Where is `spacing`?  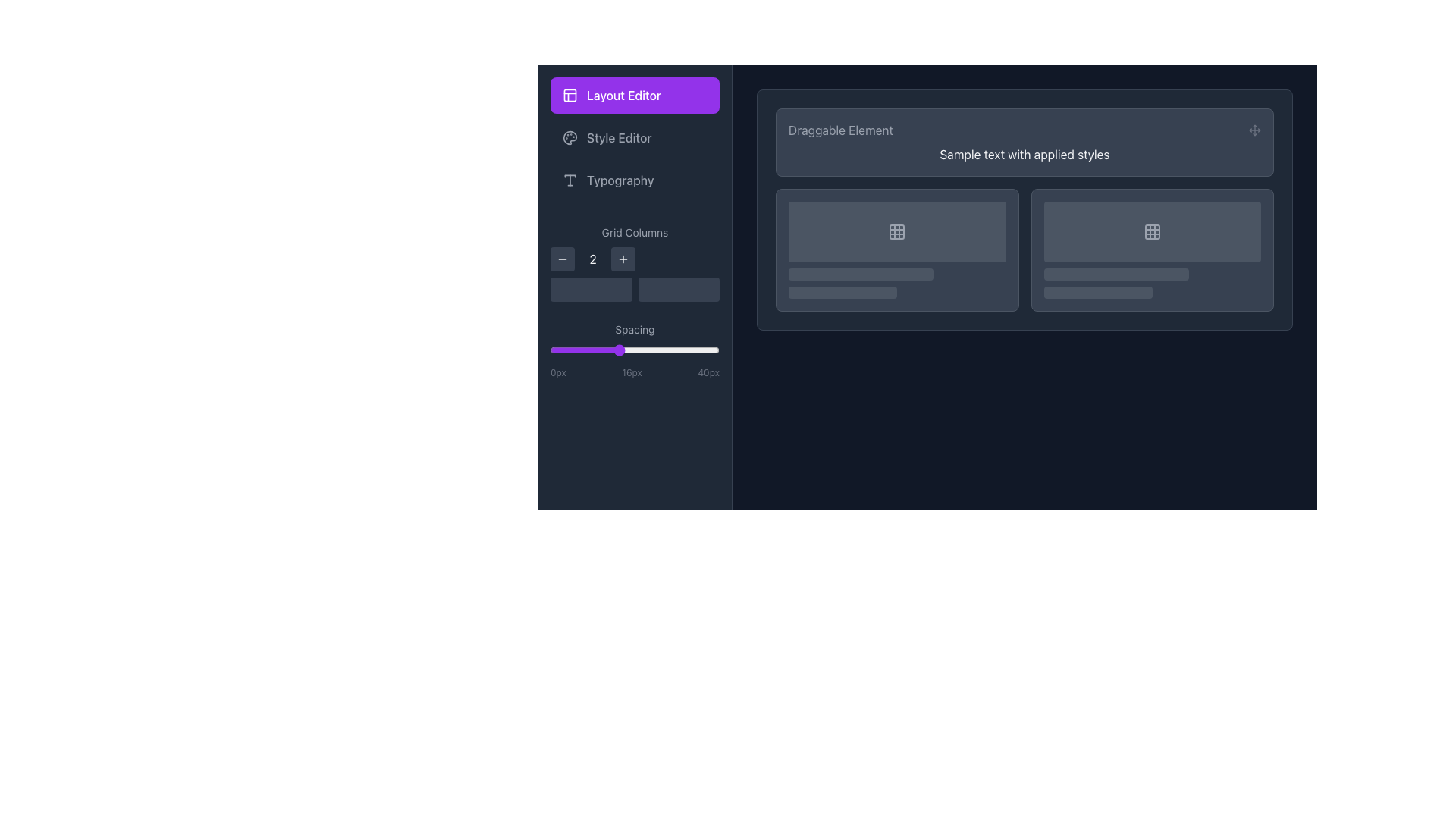
spacing is located at coordinates (660, 350).